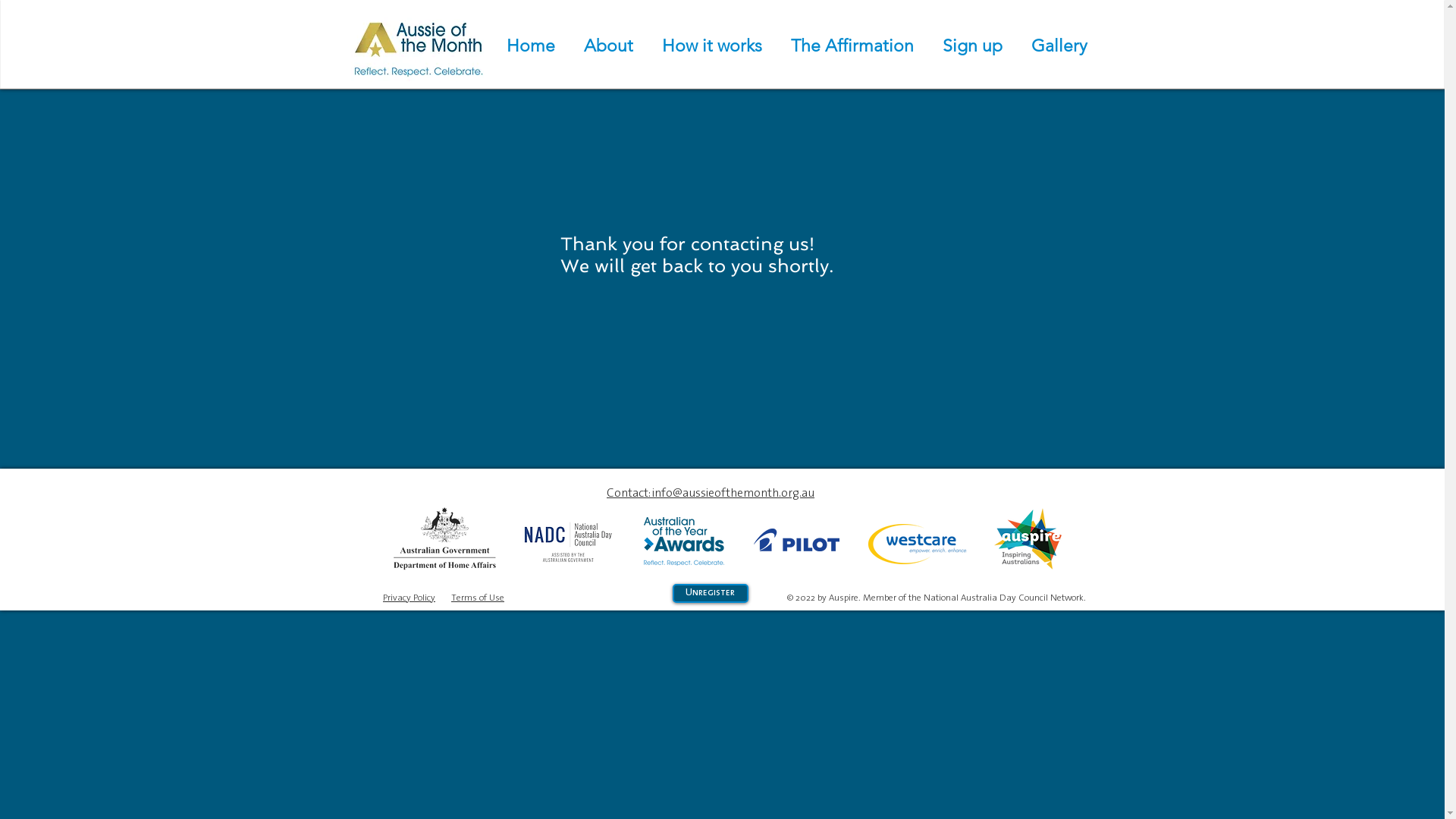  I want to click on 'Terms of Use', so click(476, 596).